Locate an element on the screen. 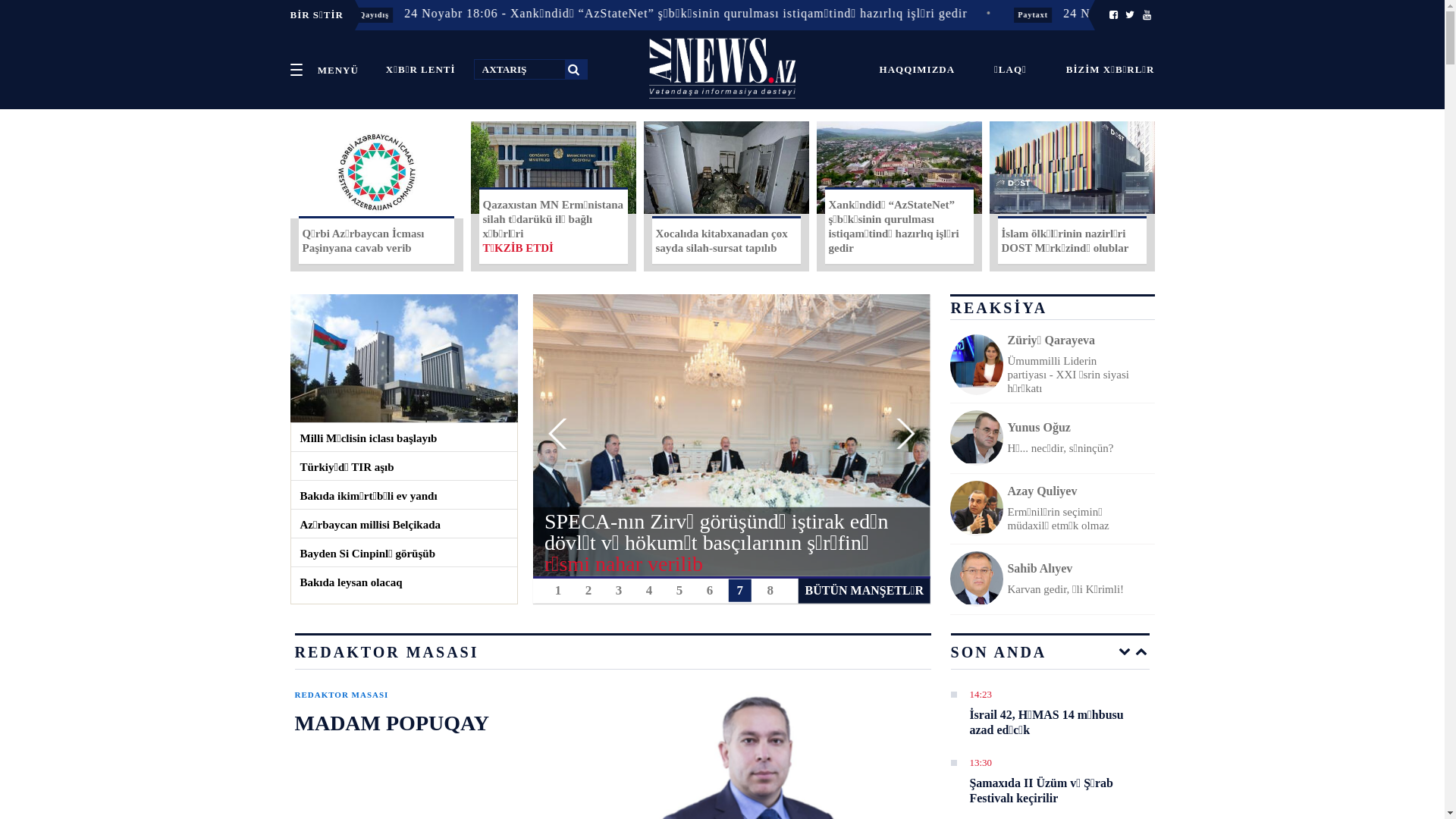  'REDAKTOR MASASI' is located at coordinates (340, 695).